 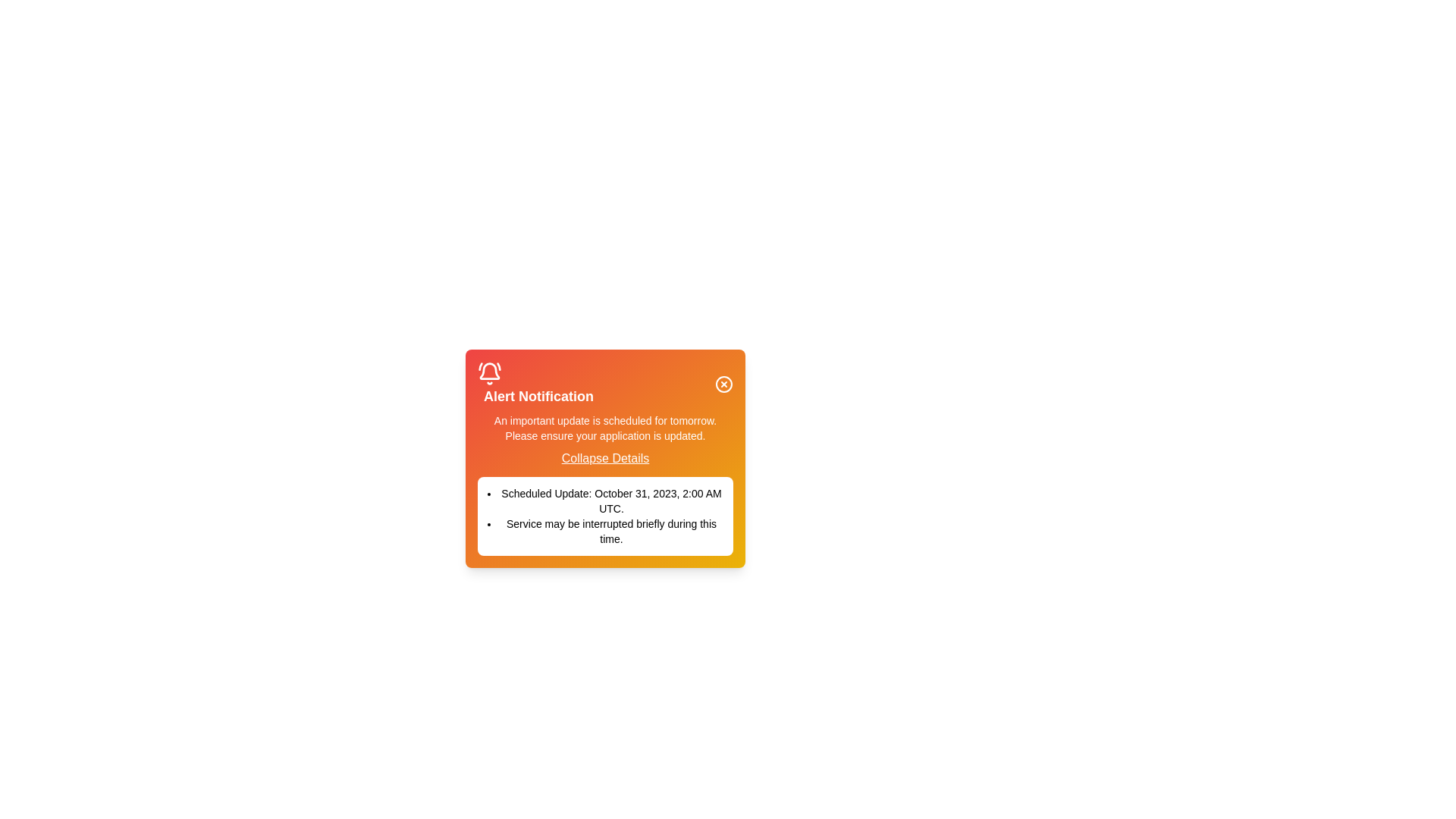 I want to click on the 'Collapse Details' button to toggle the visibility of additional information, so click(x=604, y=458).